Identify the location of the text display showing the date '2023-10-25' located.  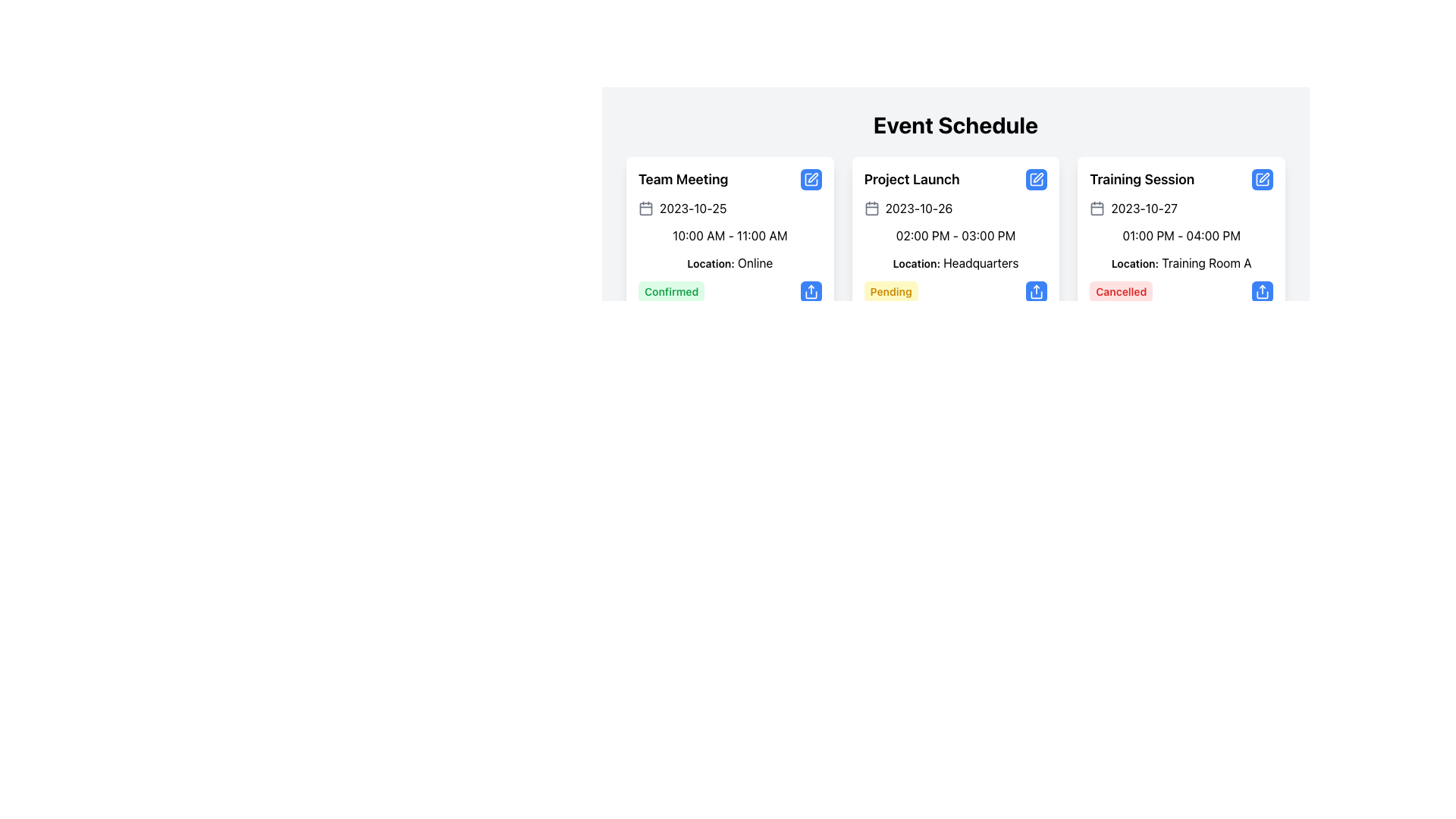
(692, 208).